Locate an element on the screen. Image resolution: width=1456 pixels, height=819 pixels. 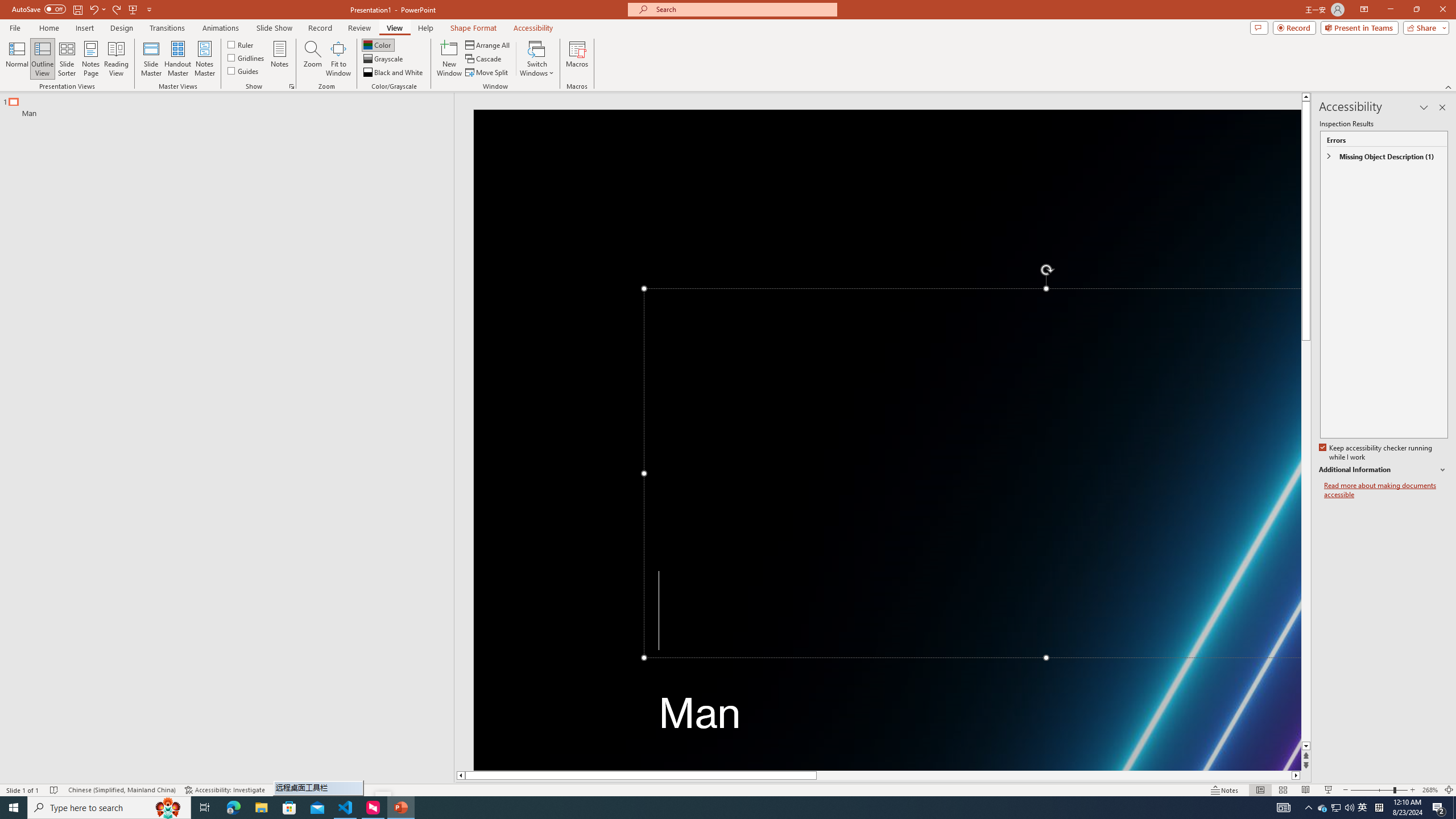
'Black and White' is located at coordinates (394, 72).